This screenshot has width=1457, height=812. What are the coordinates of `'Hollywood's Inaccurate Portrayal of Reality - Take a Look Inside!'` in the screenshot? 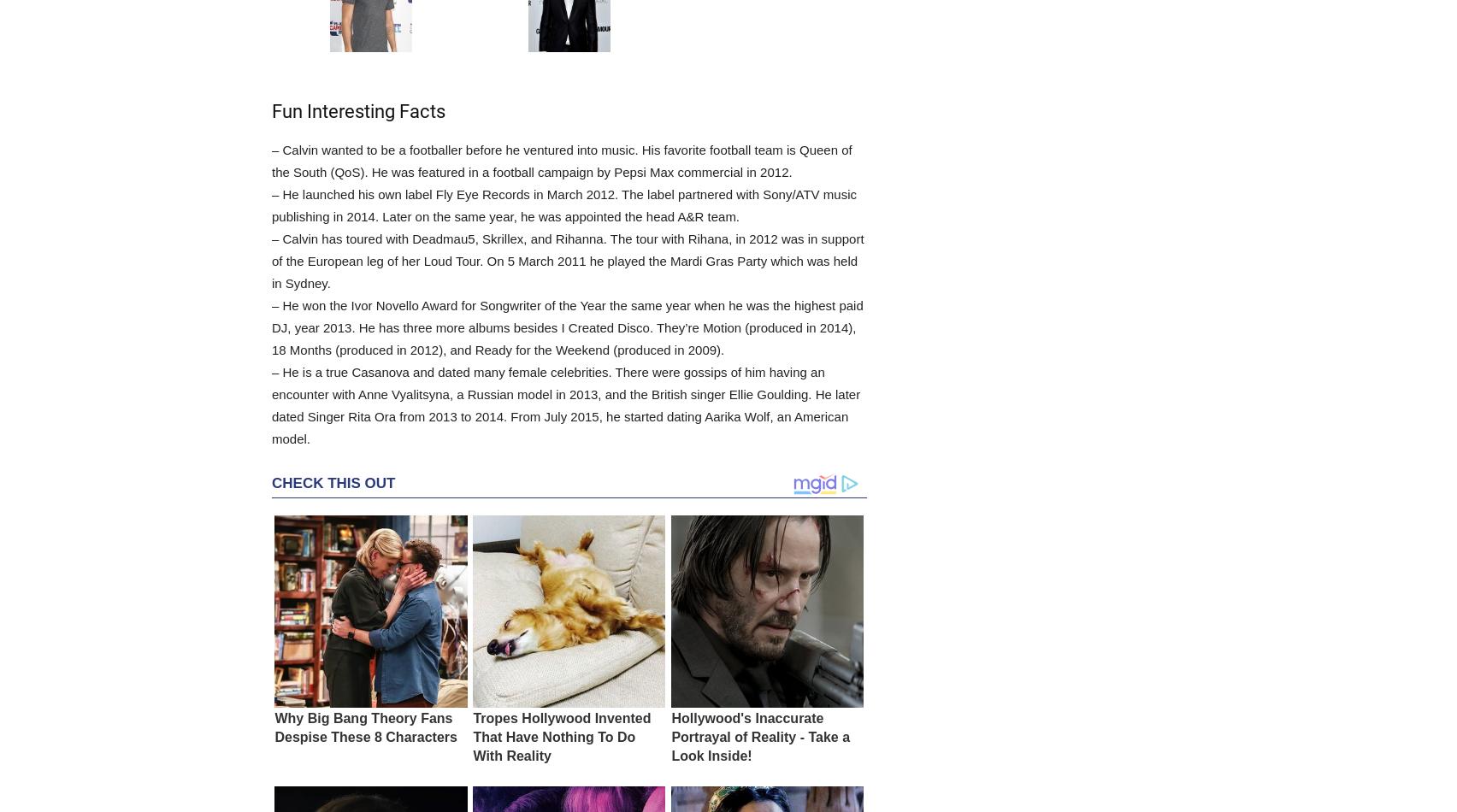 It's located at (760, 736).